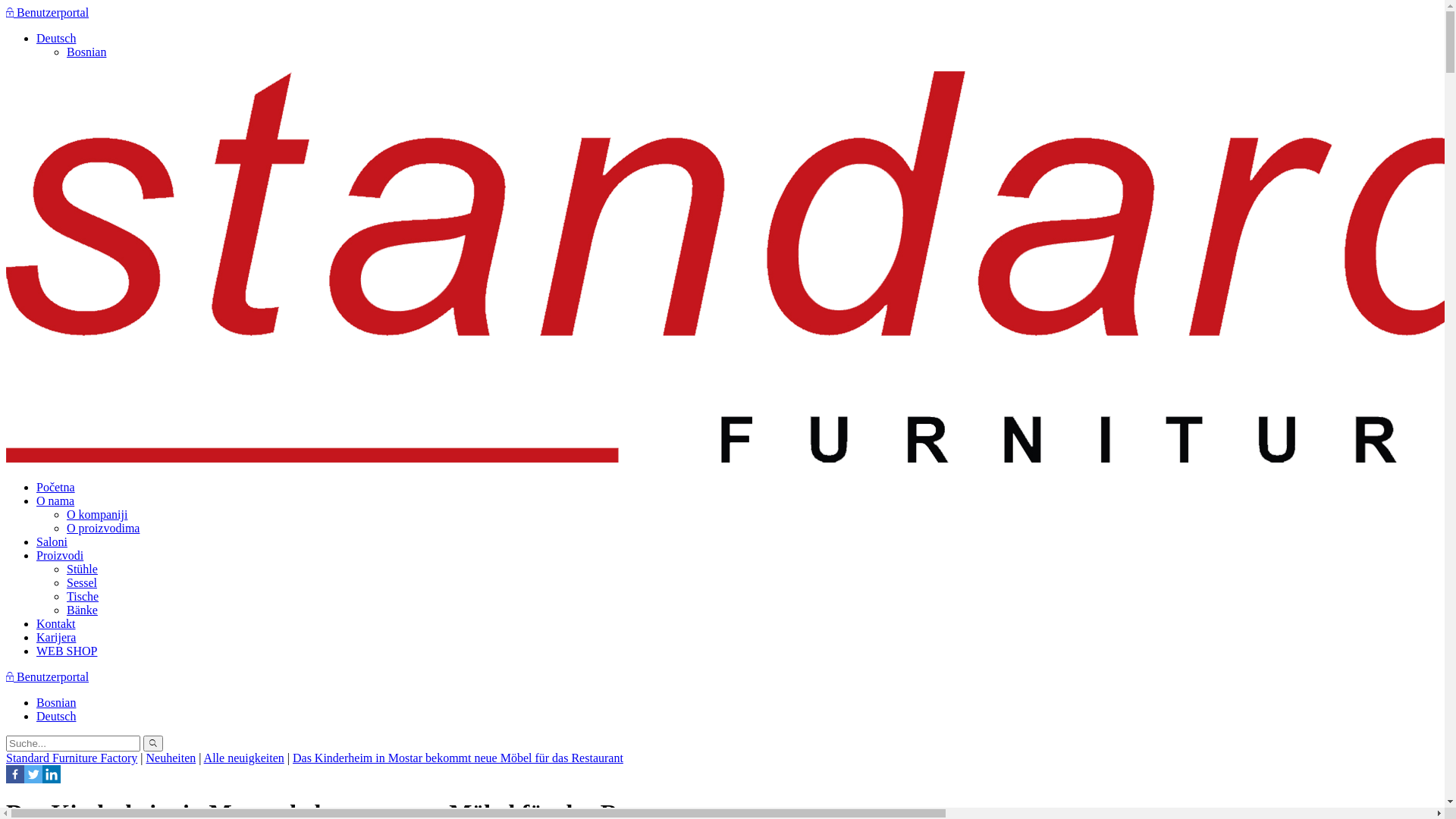 Image resolution: width=1456 pixels, height=819 pixels. What do you see at coordinates (55, 37) in the screenshot?
I see `'Deutsch'` at bounding box center [55, 37].